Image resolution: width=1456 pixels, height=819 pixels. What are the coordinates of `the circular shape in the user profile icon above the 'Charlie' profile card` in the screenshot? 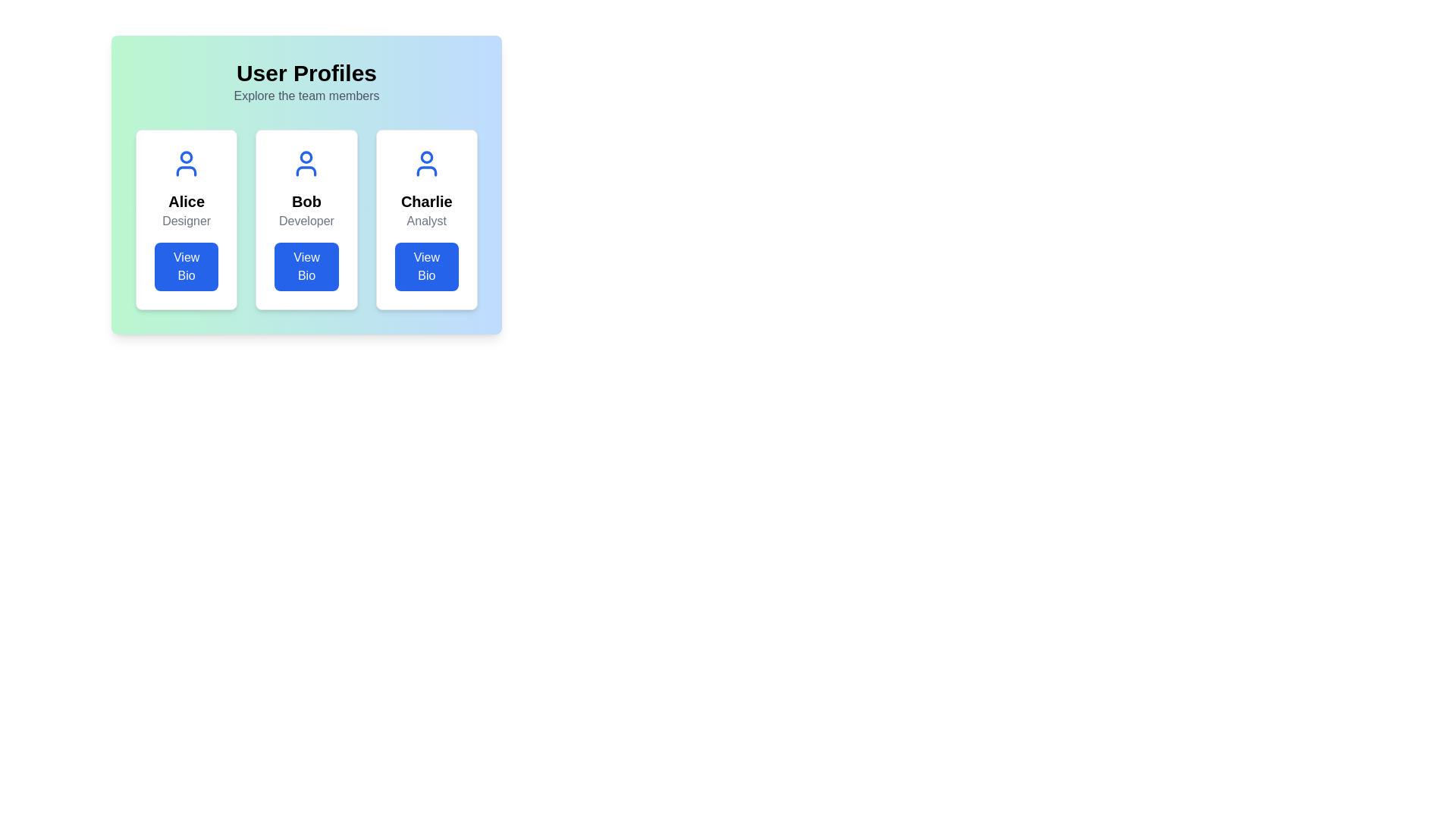 It's located at (425, 157).